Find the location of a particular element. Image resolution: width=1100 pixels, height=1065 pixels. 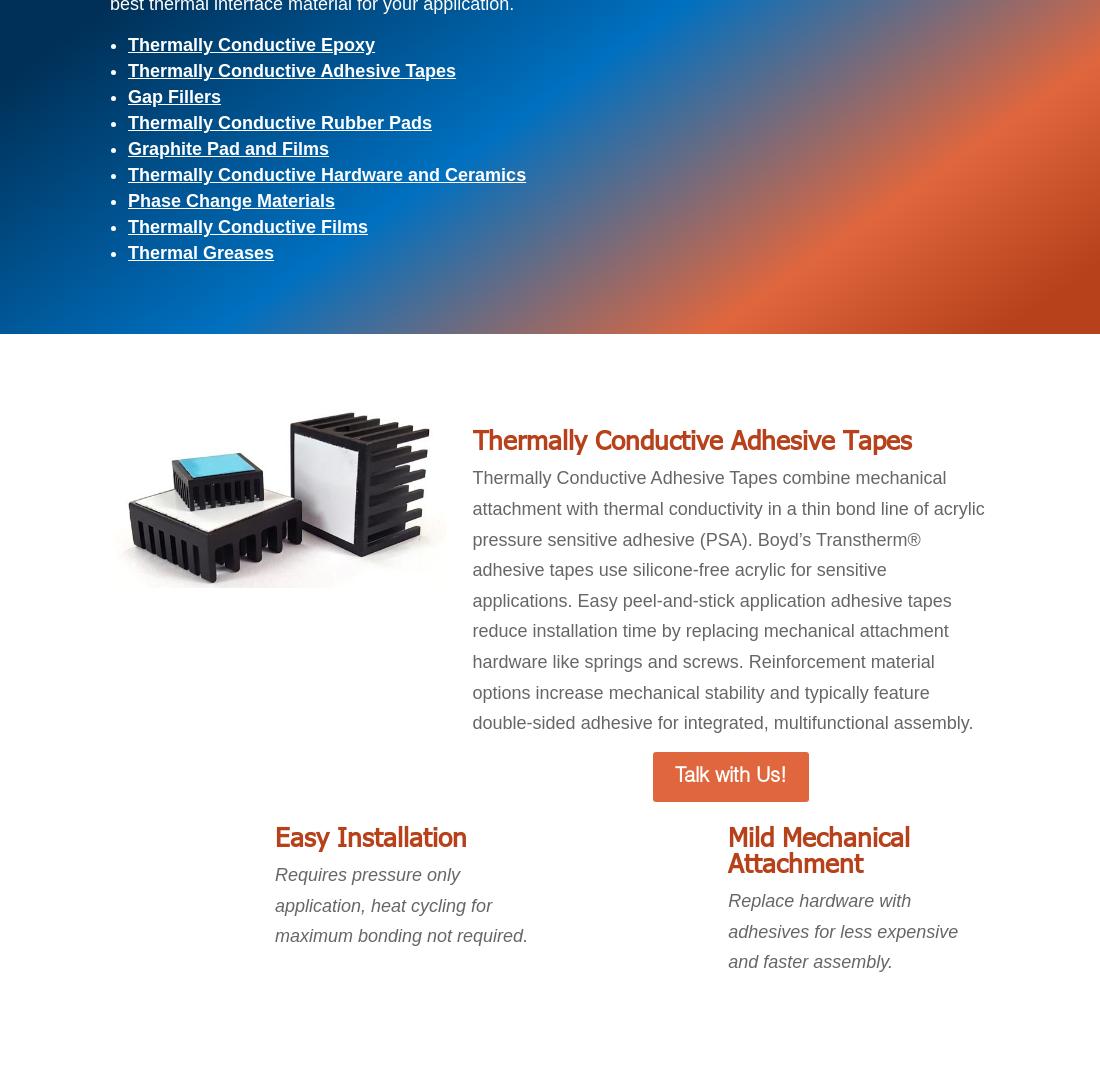

'Replace hardware with adhesives for less expensive and faster assembly.' is located at coordinates (842, 931).